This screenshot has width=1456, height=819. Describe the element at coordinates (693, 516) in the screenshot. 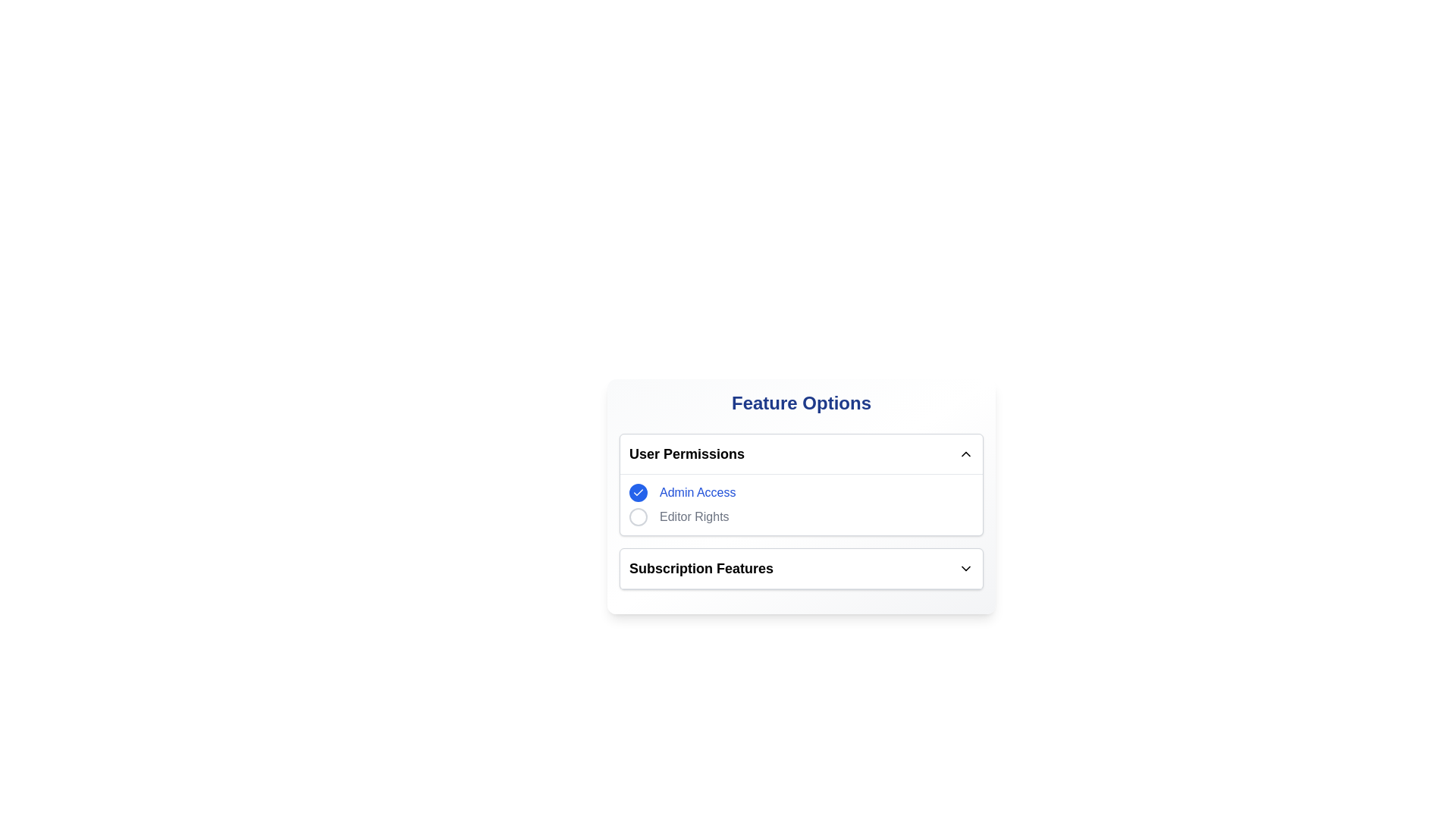

I see `the descriptive text label for the user permission option located in the 'User Permissions' section, which is situated to the right of a circular button and is the second option below 'Admin Access'` at that location.